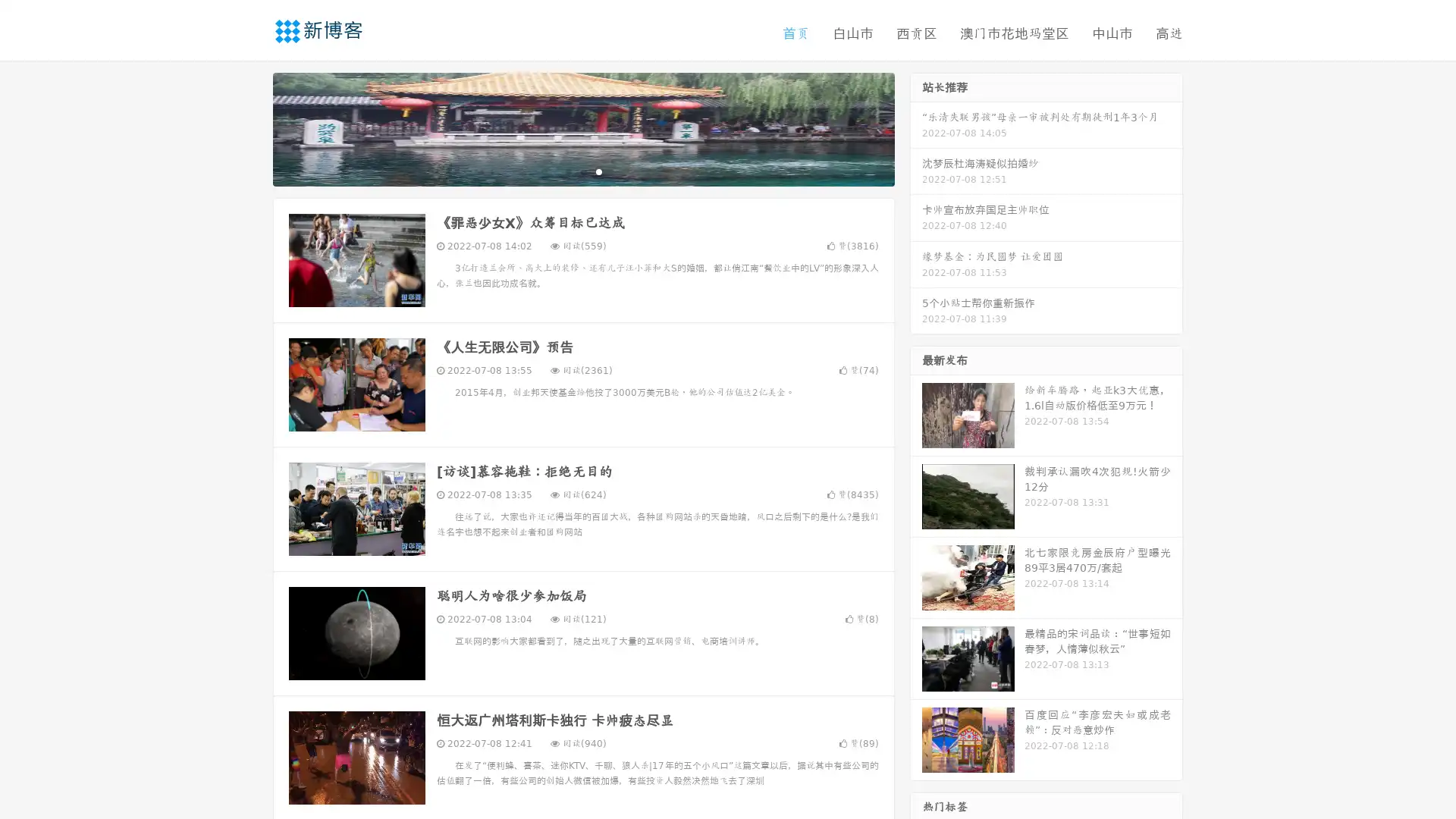  I want to click on Go to slide 3, so click(598, 171).